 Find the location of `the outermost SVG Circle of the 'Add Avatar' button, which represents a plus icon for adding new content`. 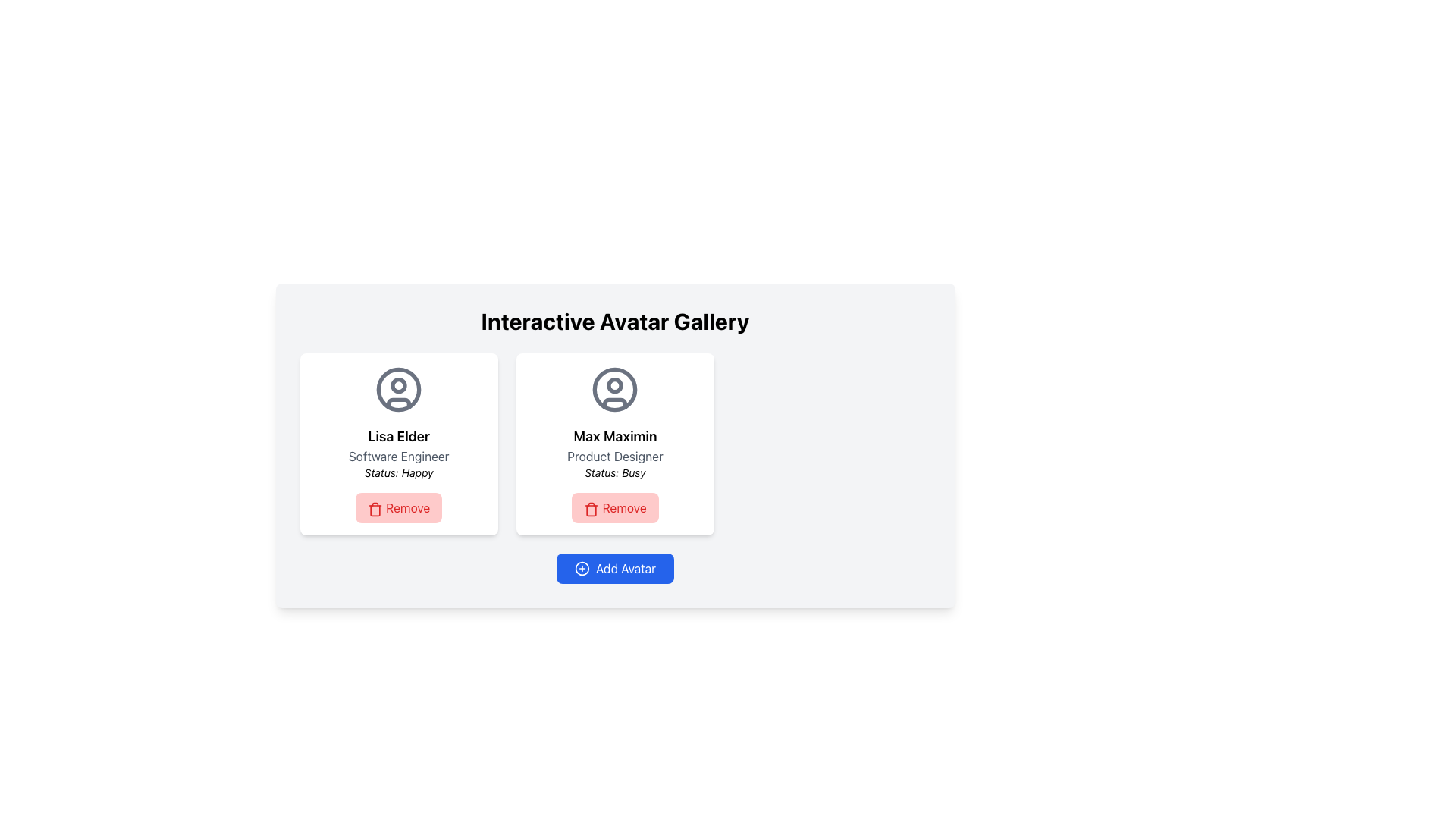

the outermost SVG Circle of the 'Add Avatar' button, which represents a plus icon for adding new content is located at coordinates (582, 568).